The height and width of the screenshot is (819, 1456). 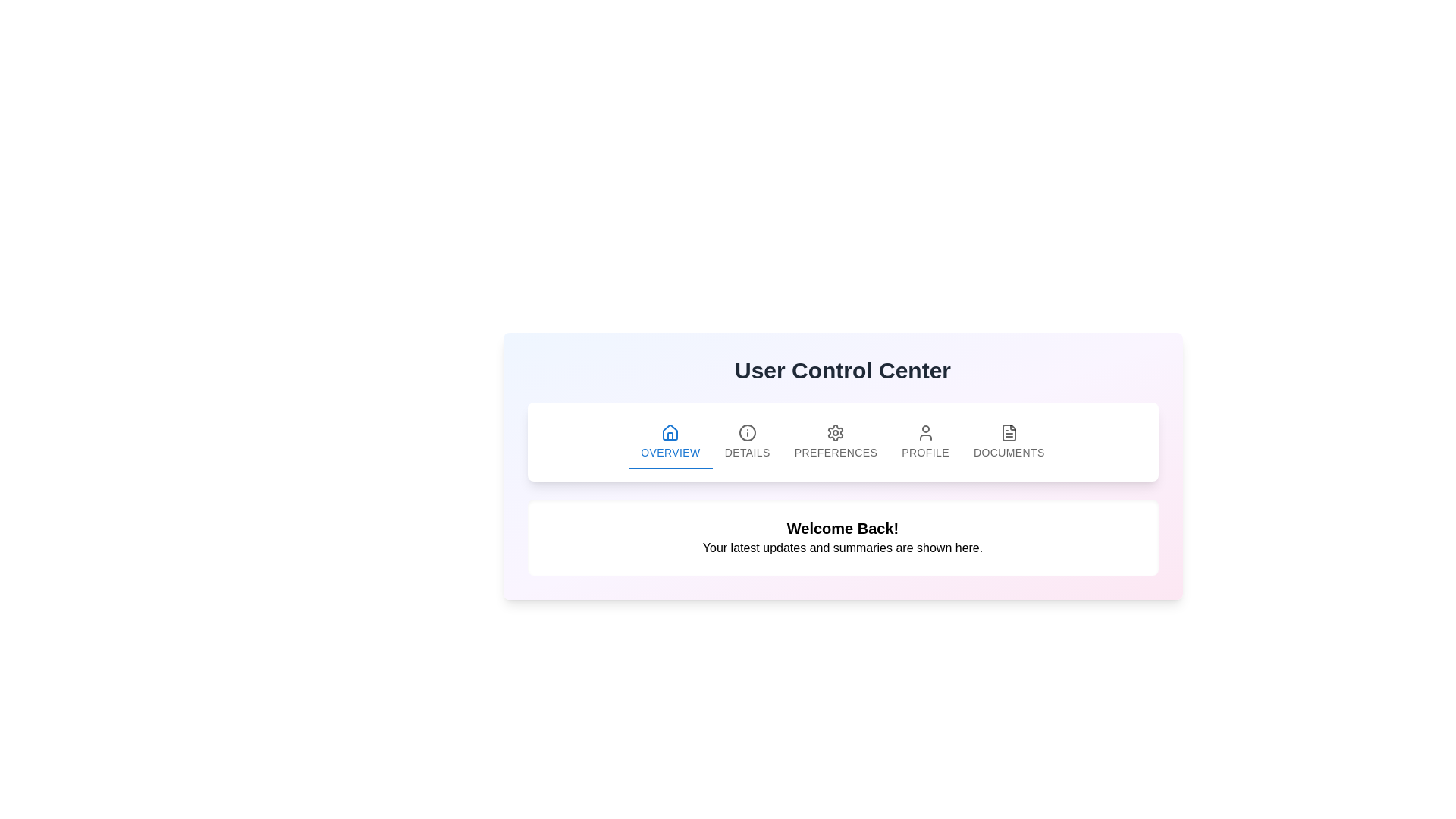 I want to click on the welcoming heading text element located in the center of the 'User Control Center' section, which conveys a return message to the user, so click(x=842, y=528).